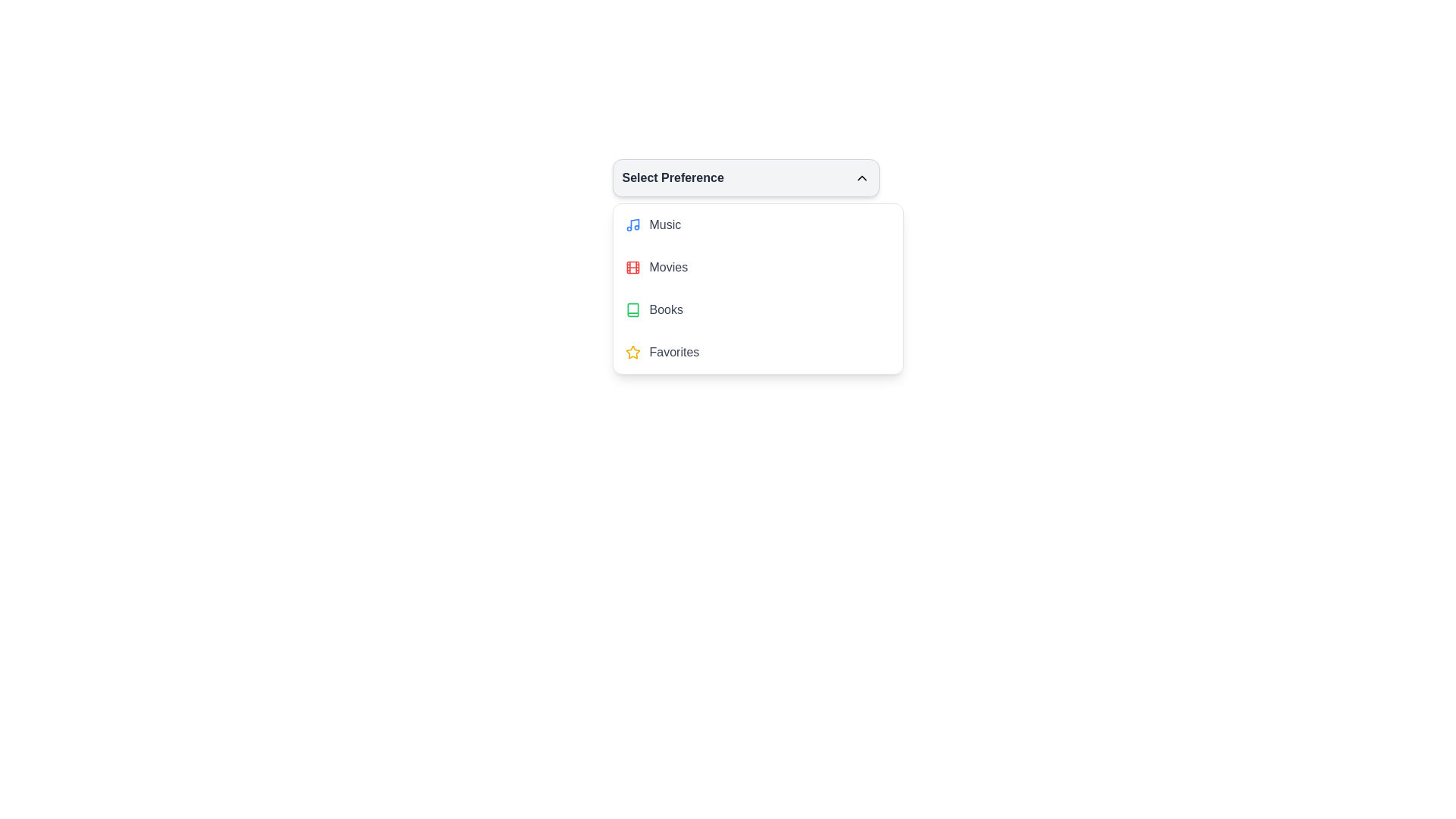 The height and width of the screenshot is (819, 1456). What do you see at coordinates (632, 225) in the screenshot?
I see `the 'Music' icon in the dropdown menu, which visually represents the music option and is located to the left of the 'Music' label` at bounding box center [632, 225].